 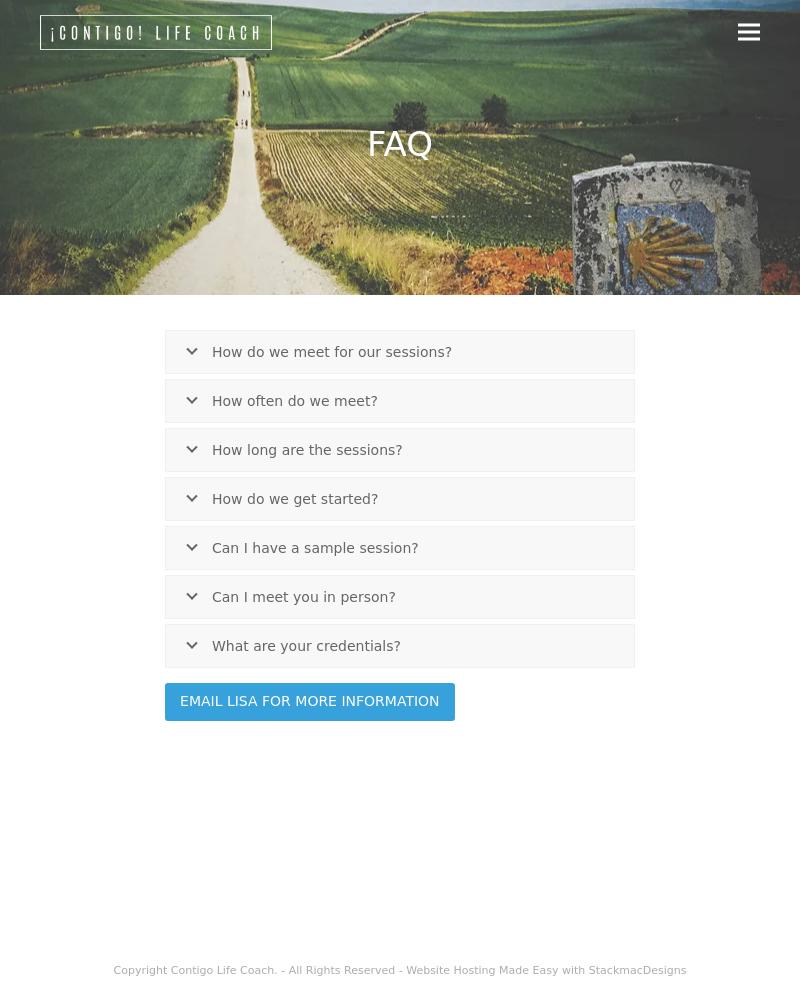 I want to click on 'FAQ', so click(x=398, y=144).